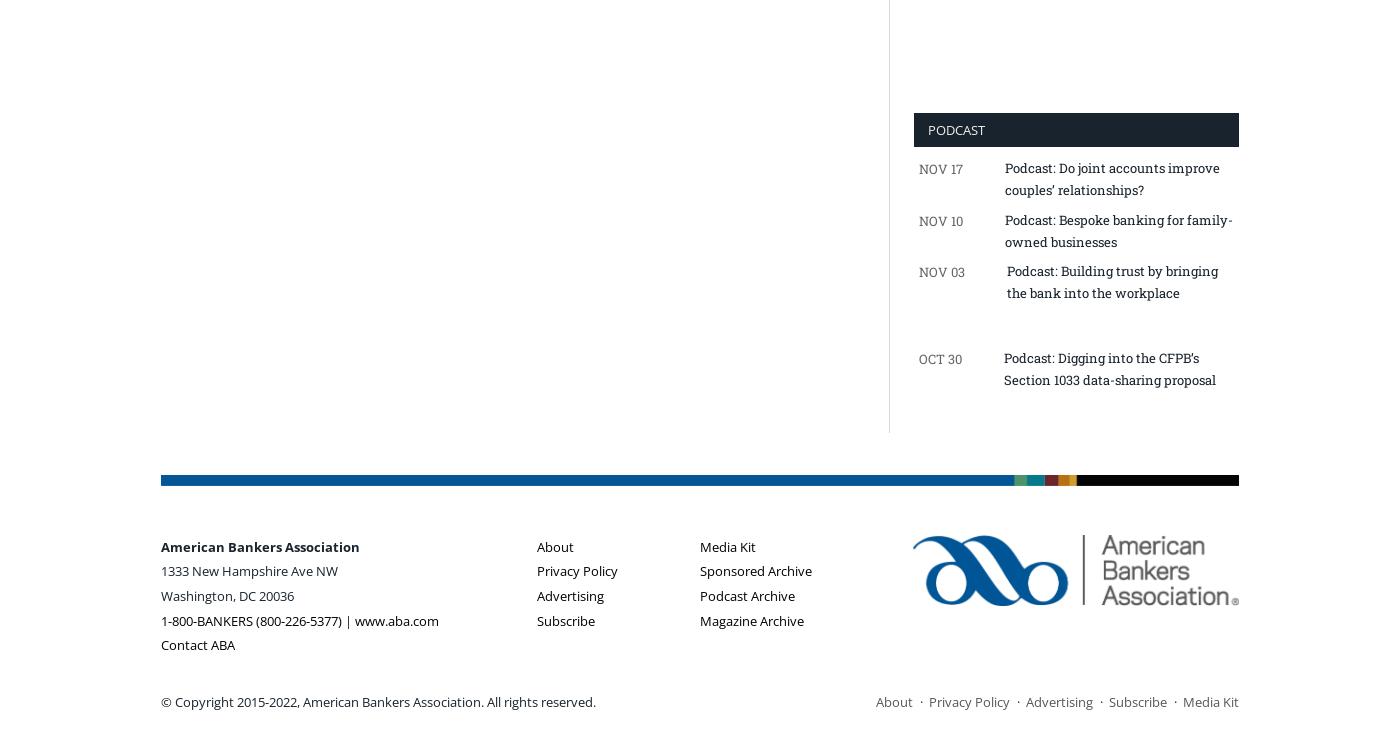 This screenshot has width=1400, height=746. I want to click on 'Advertising', so click(570, 594).